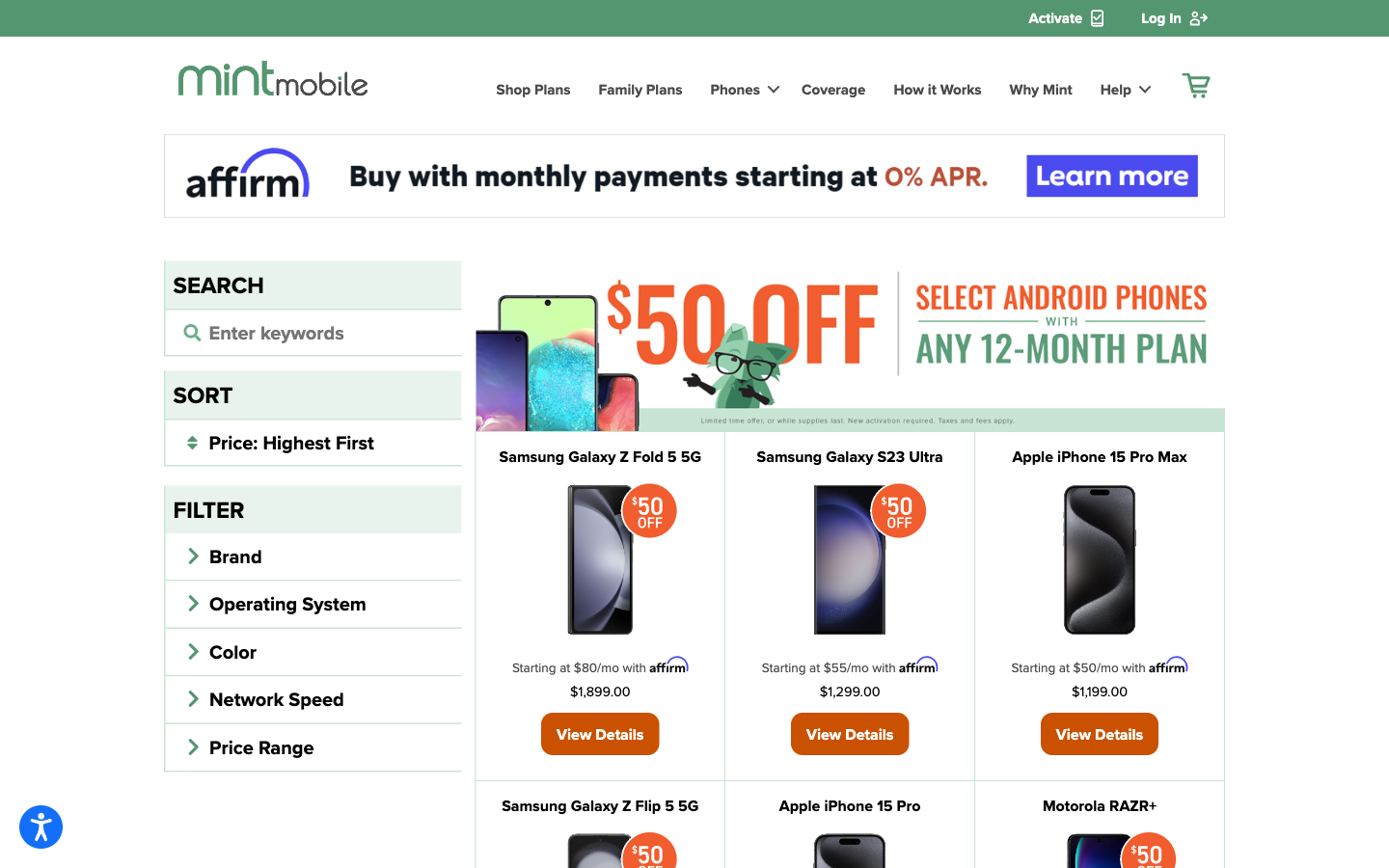  What do you see at coordinates (848, 455) in the screenshot?
I see `See Samsung Galaxy Phone` at bounding box center [848, 455].